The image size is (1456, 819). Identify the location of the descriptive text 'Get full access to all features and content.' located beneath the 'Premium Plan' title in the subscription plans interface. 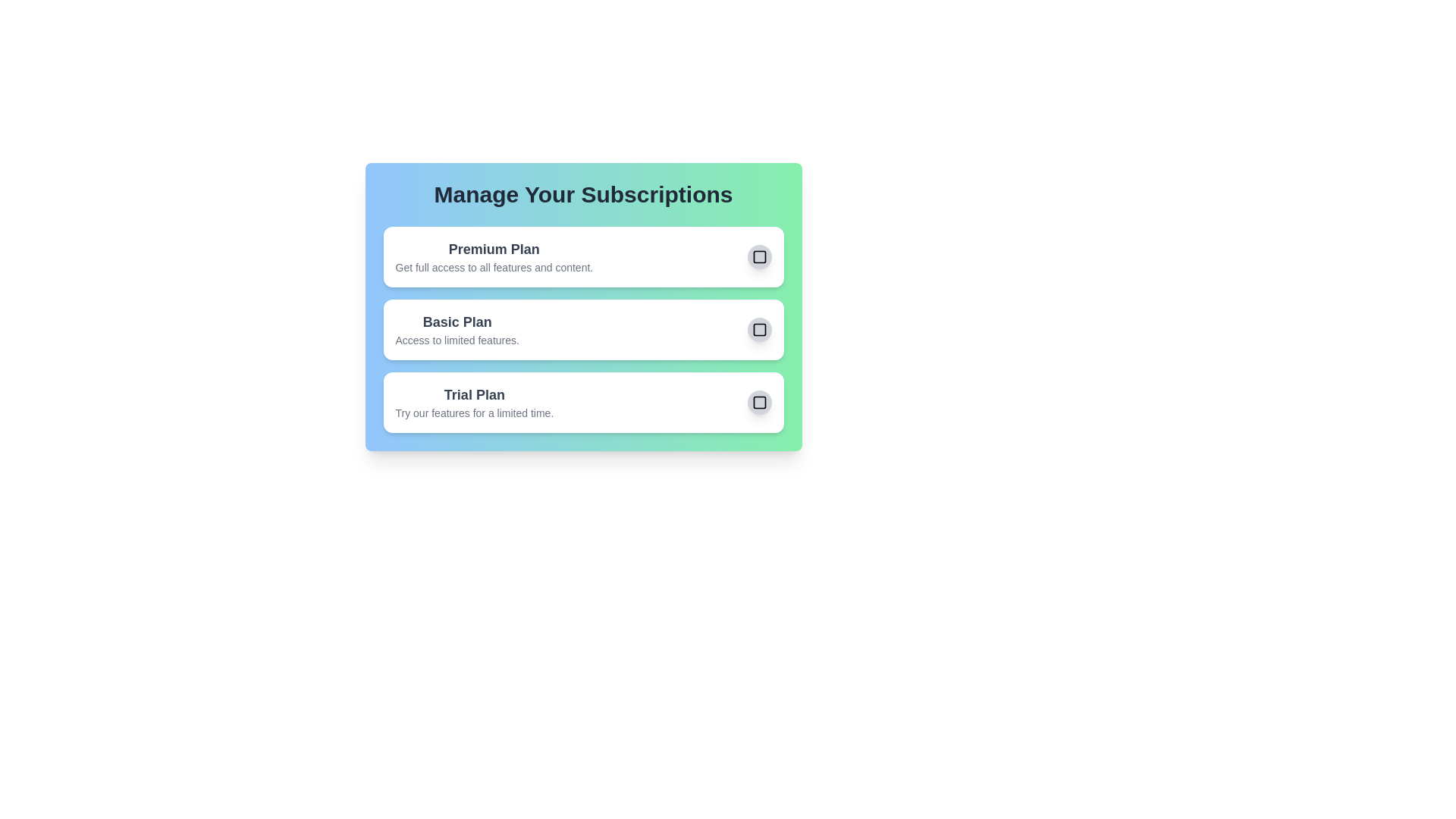
(494, 267).